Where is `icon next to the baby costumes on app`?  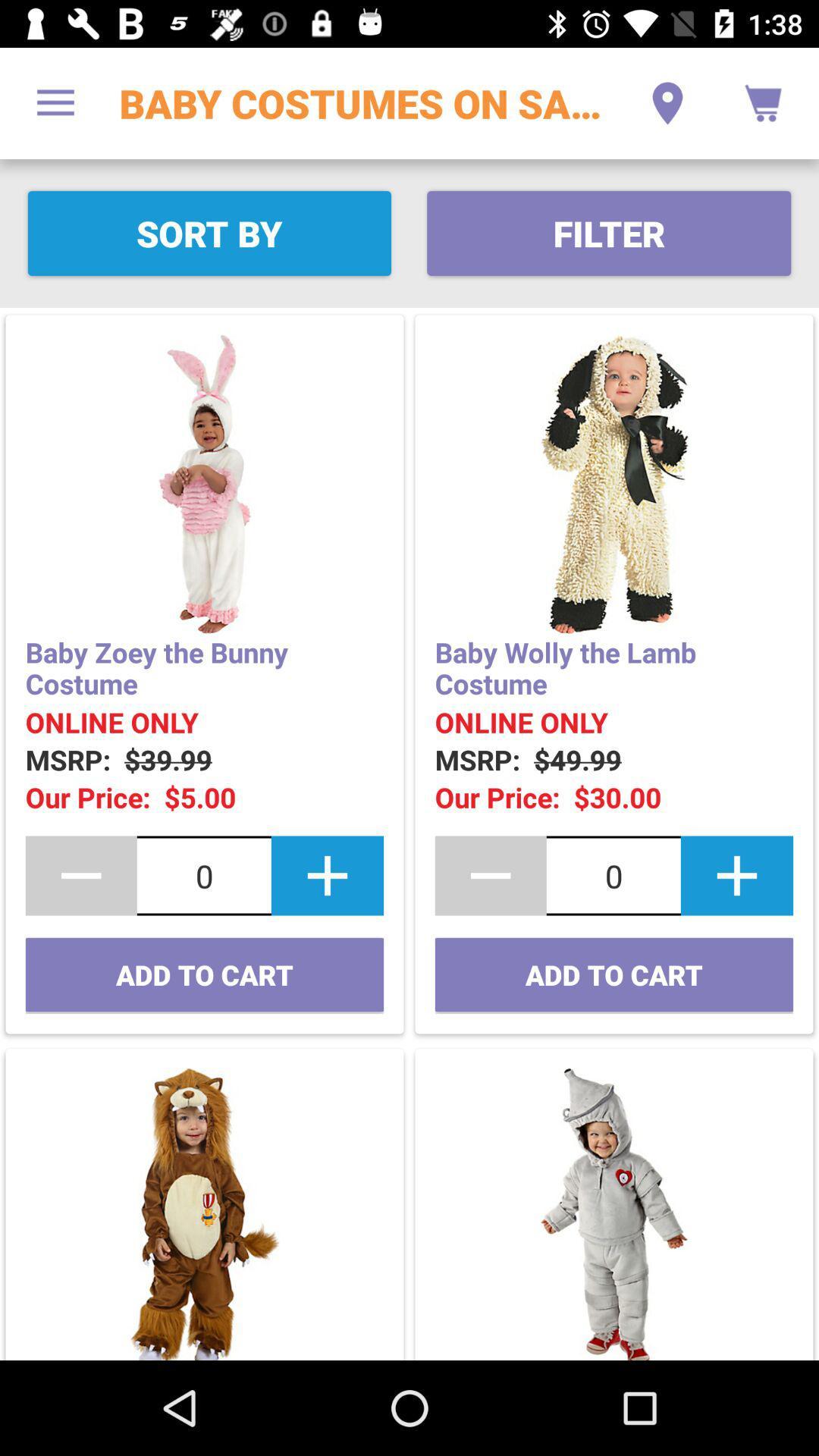
icon next to the baby costumes on app is located at coordinates (667, 102).